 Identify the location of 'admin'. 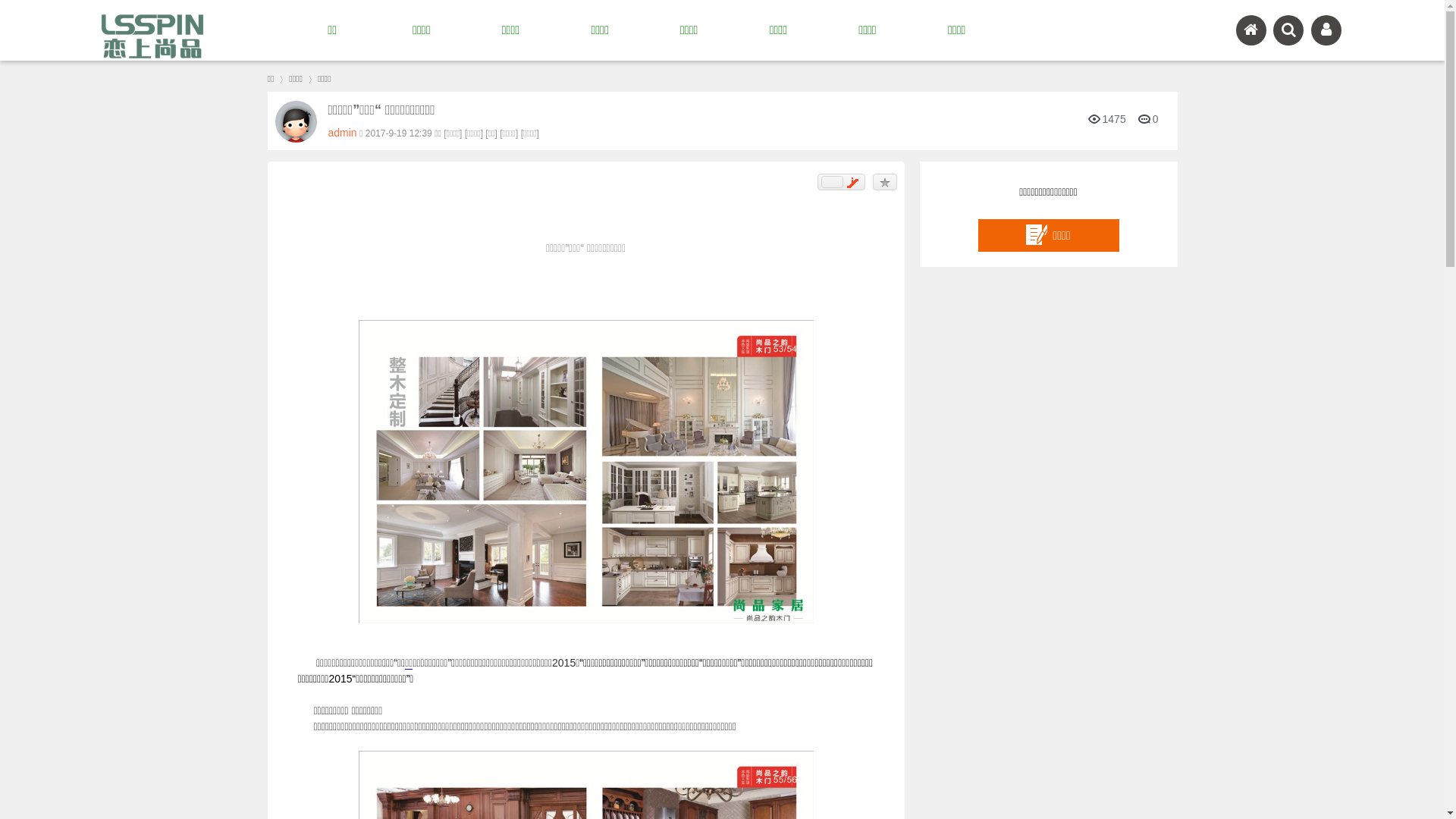
(295, 121).